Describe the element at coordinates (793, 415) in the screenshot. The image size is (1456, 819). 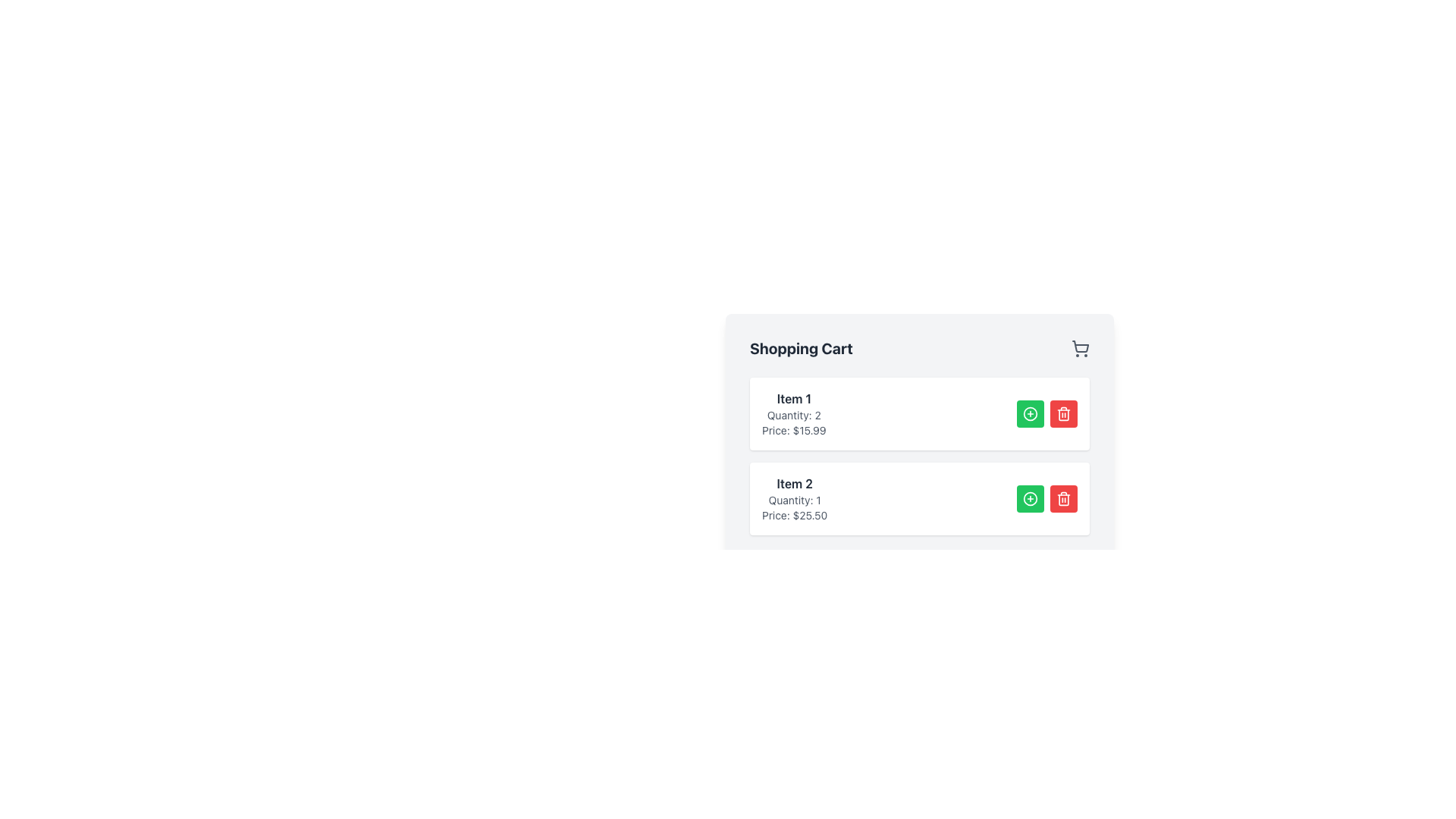
I see `the text label displaying 'Quantity: 2' which is located beneath 'Item 1' and above 'Price: $15.99' in the shopping cart interface` at that location.